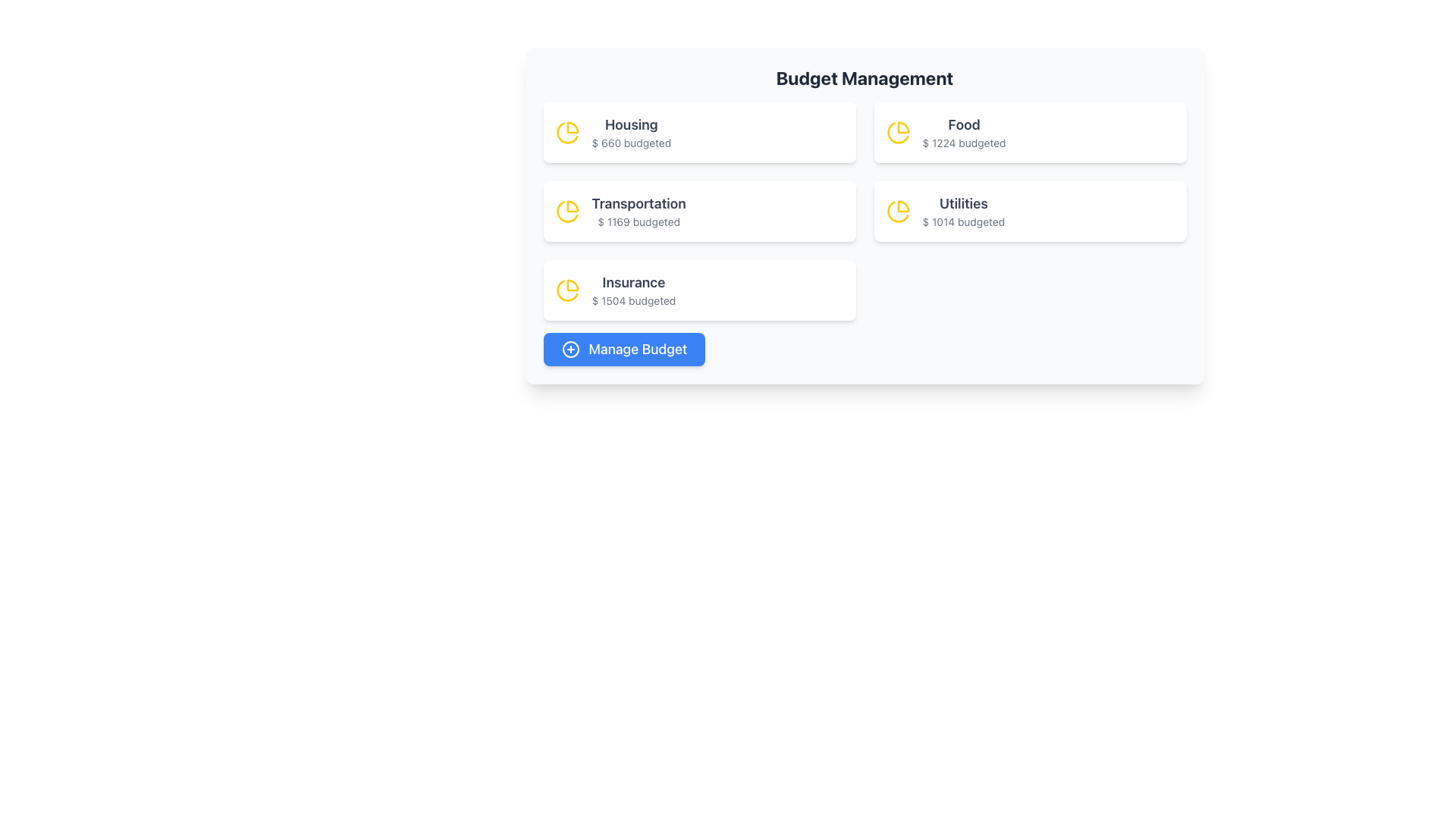 The width and height of the screenshot is (1456, 819). Describe the element at coordinates (566, 290) in the screenshot. I see `the 'Insurance' icon located in the 'Budget Management' interface, positioned to the left of the text 'Insurance' and above the budget amount` at that location.